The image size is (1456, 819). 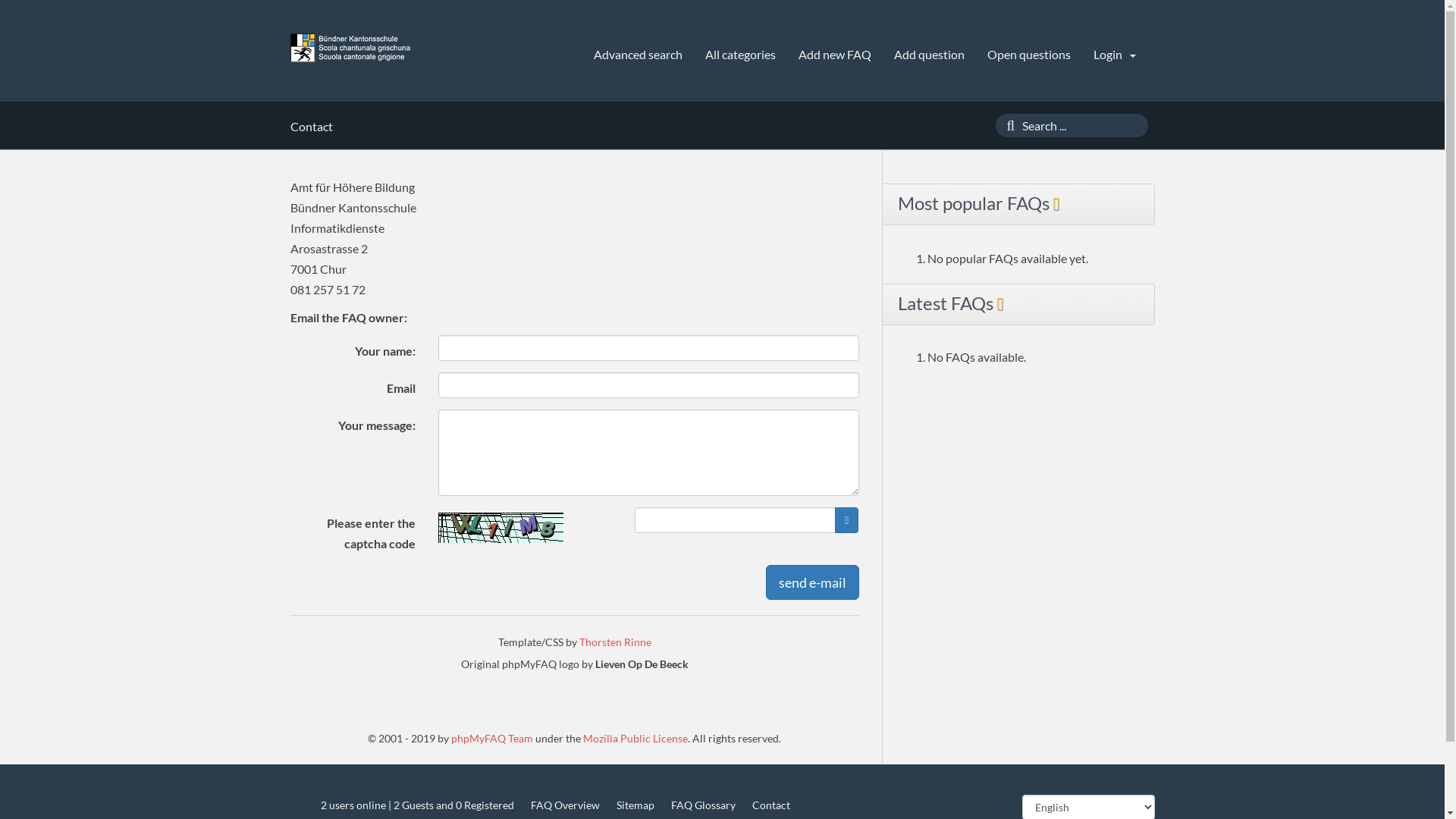 What do you see at coordinates (1029, 54) in the screenshot?
I see `'Open questions'` at bounding box center [1029, 54].